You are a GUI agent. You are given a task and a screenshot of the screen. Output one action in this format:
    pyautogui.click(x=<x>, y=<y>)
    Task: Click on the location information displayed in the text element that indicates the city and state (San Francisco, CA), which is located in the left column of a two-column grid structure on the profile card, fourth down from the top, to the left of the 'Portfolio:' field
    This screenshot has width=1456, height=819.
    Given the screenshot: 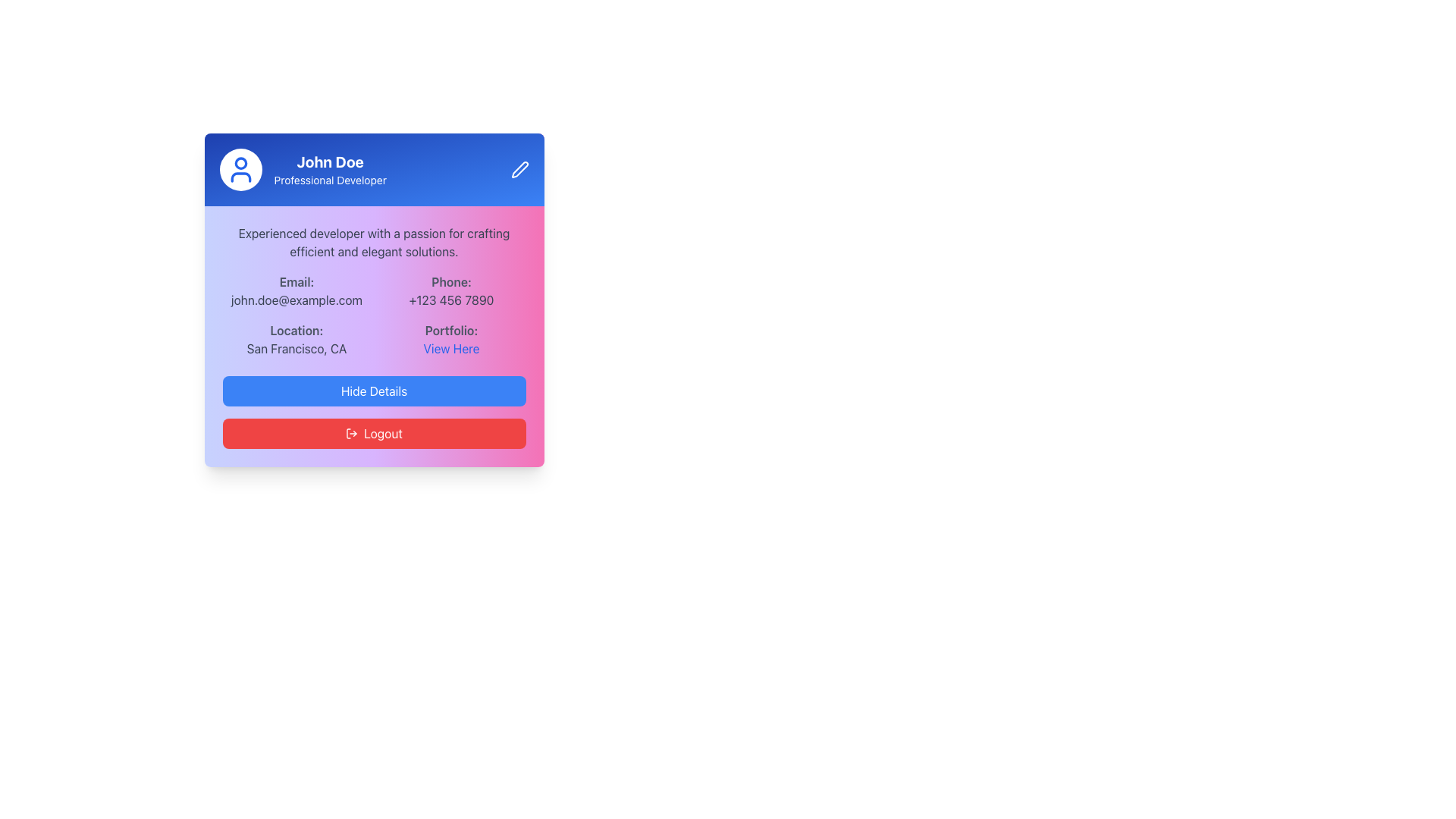 What is the action you would take?
    pyautogui.click(x=297, y=338)
    